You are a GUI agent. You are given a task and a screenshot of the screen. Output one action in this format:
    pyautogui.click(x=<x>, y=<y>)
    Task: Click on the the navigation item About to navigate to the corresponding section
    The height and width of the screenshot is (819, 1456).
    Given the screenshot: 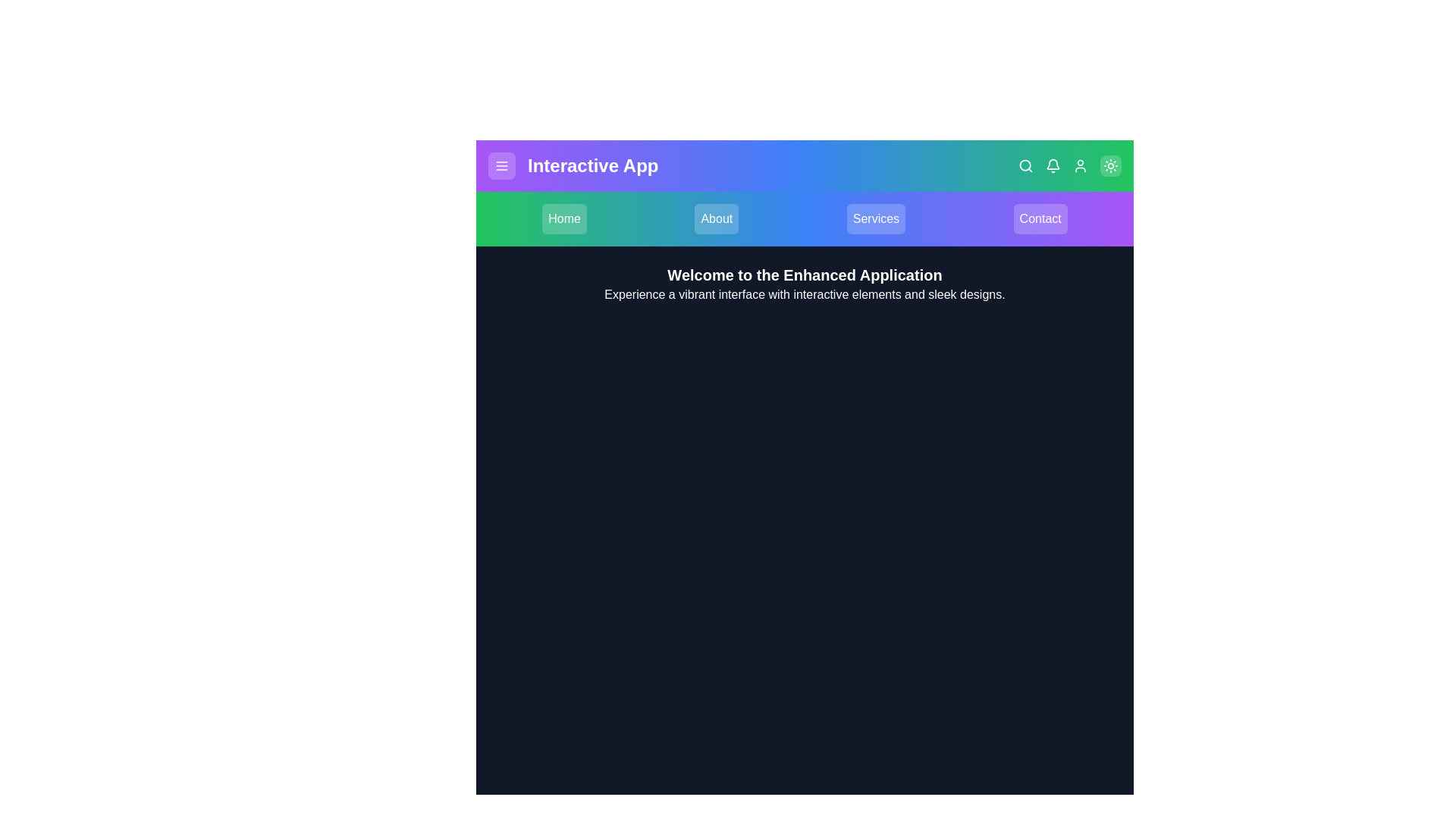 What is the action you would take?
    pyautogui.click(x=716, y=219)
    